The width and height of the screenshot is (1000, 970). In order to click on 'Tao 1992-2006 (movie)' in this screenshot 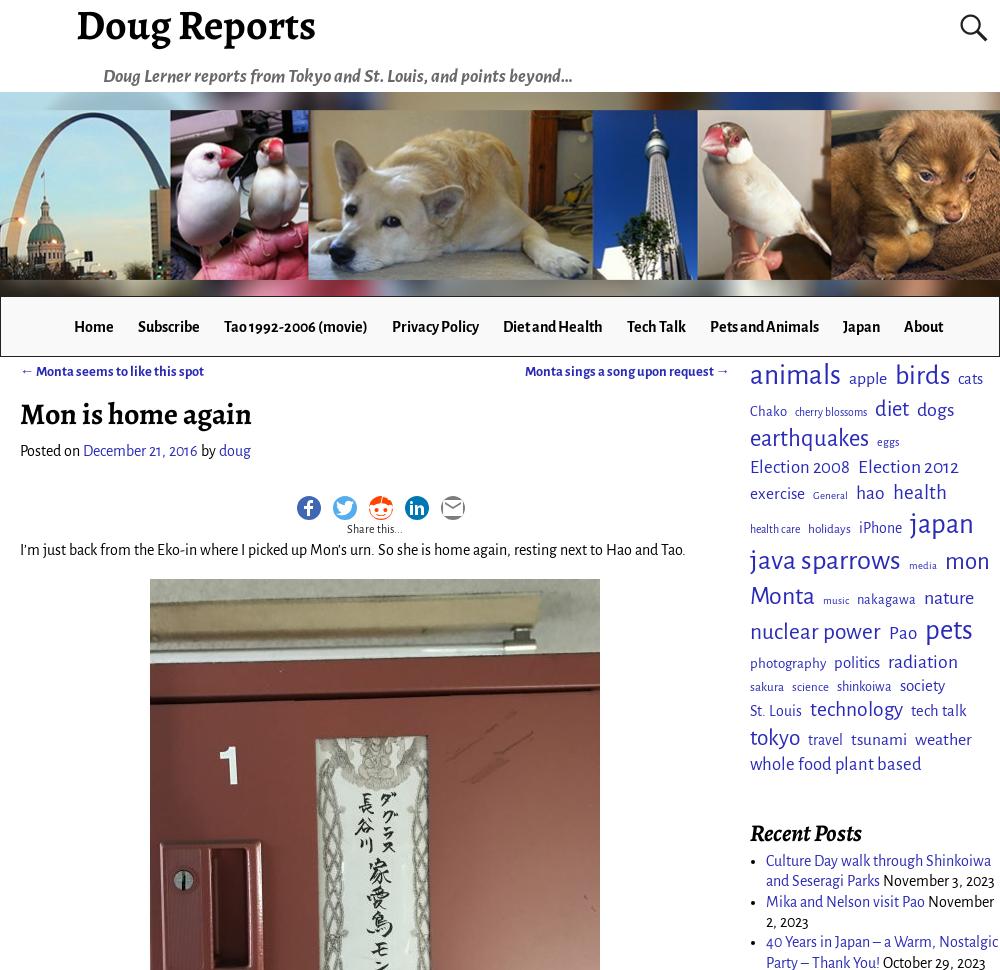, I will do `click(295, 326)`.